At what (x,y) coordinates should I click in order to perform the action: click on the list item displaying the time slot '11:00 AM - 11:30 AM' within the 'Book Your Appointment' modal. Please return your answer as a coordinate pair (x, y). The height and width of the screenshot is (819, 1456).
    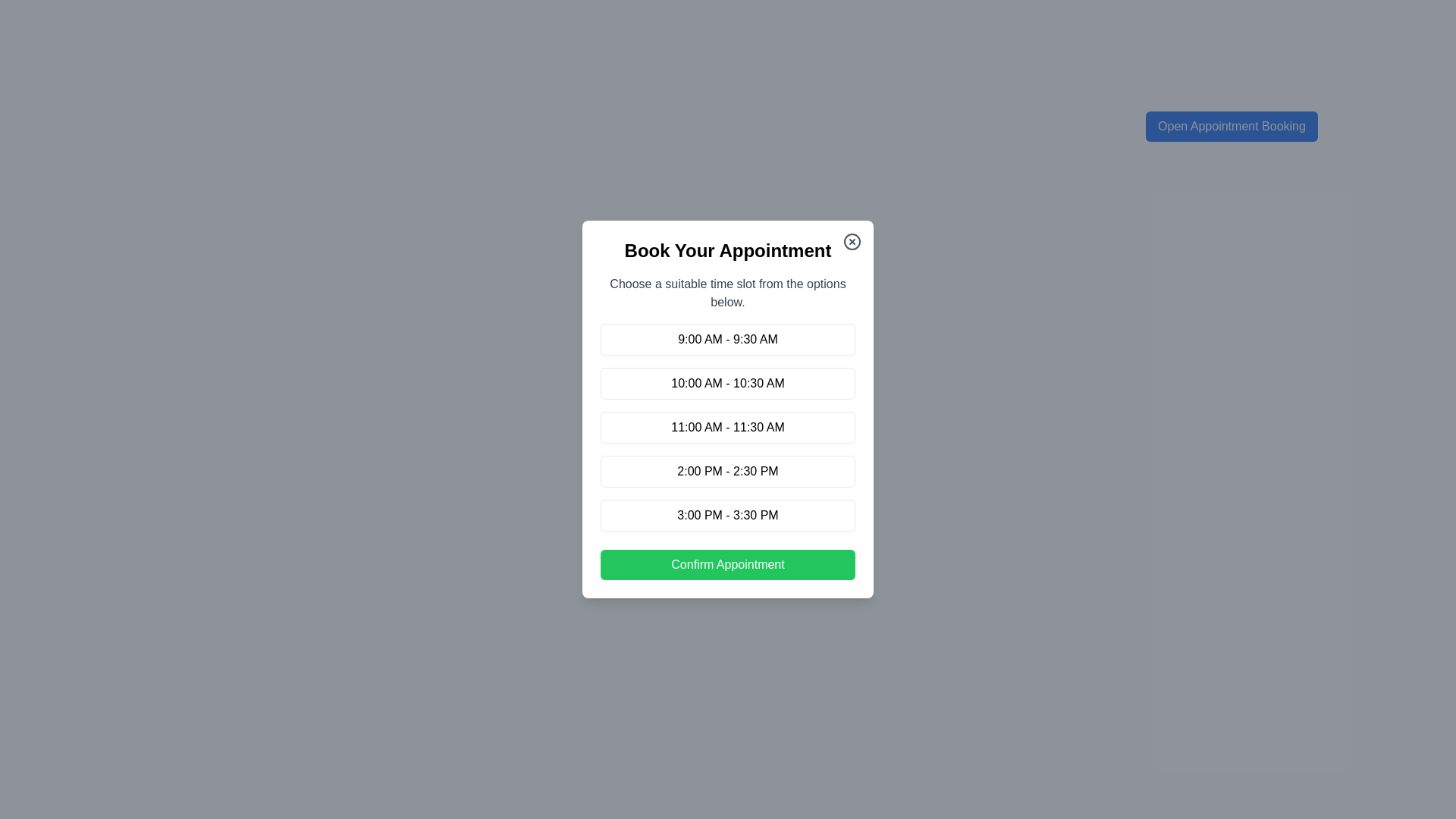
    Looking at the image, I should click on (728, 427).